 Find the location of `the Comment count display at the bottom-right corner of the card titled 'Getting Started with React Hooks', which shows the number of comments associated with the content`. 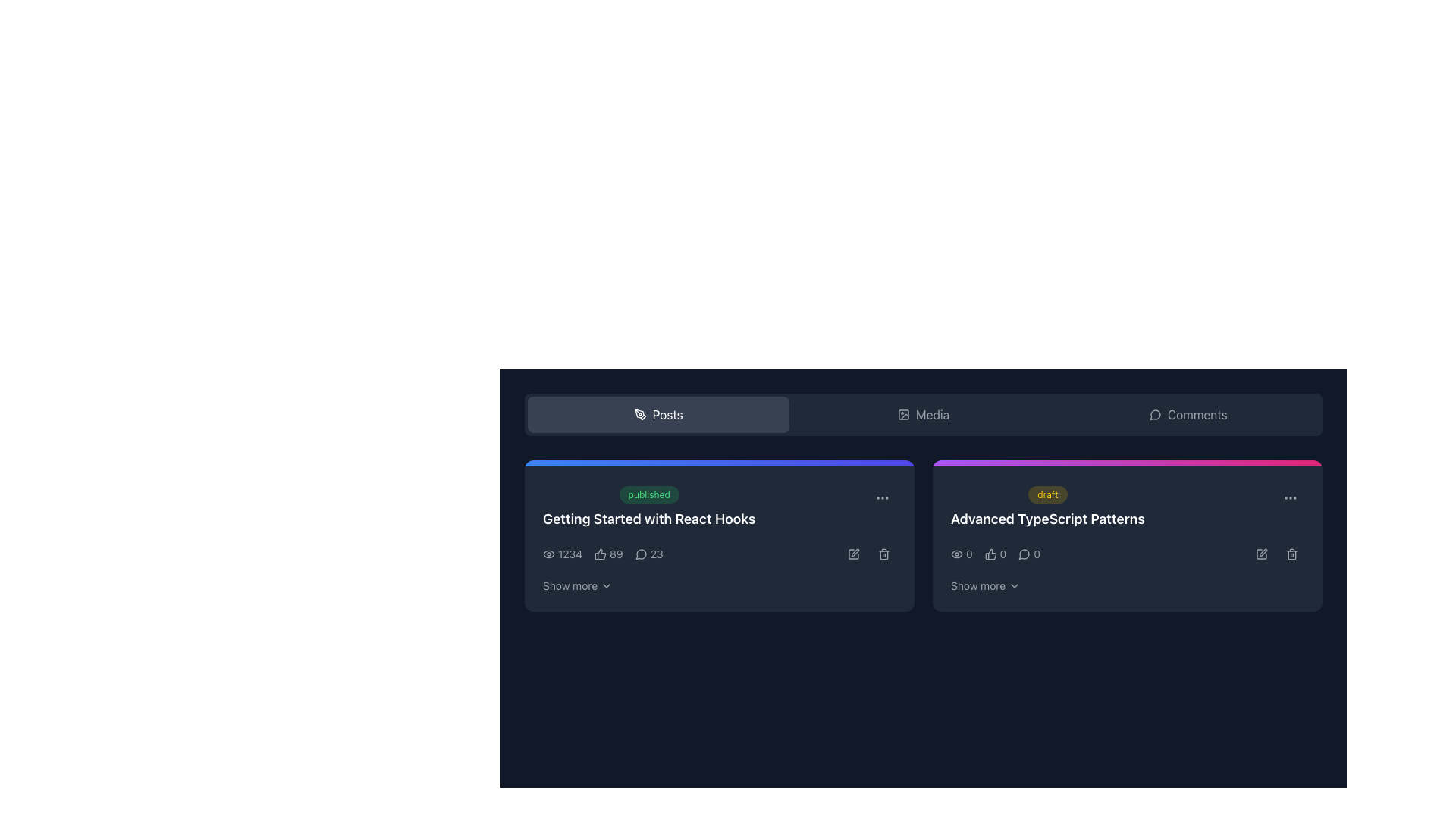

the Comment count display at the bottom-right corner of the card titled 'Getting Started with React Hooks', which shows the number of comments associated with the content is located at coordinates (649, 554).